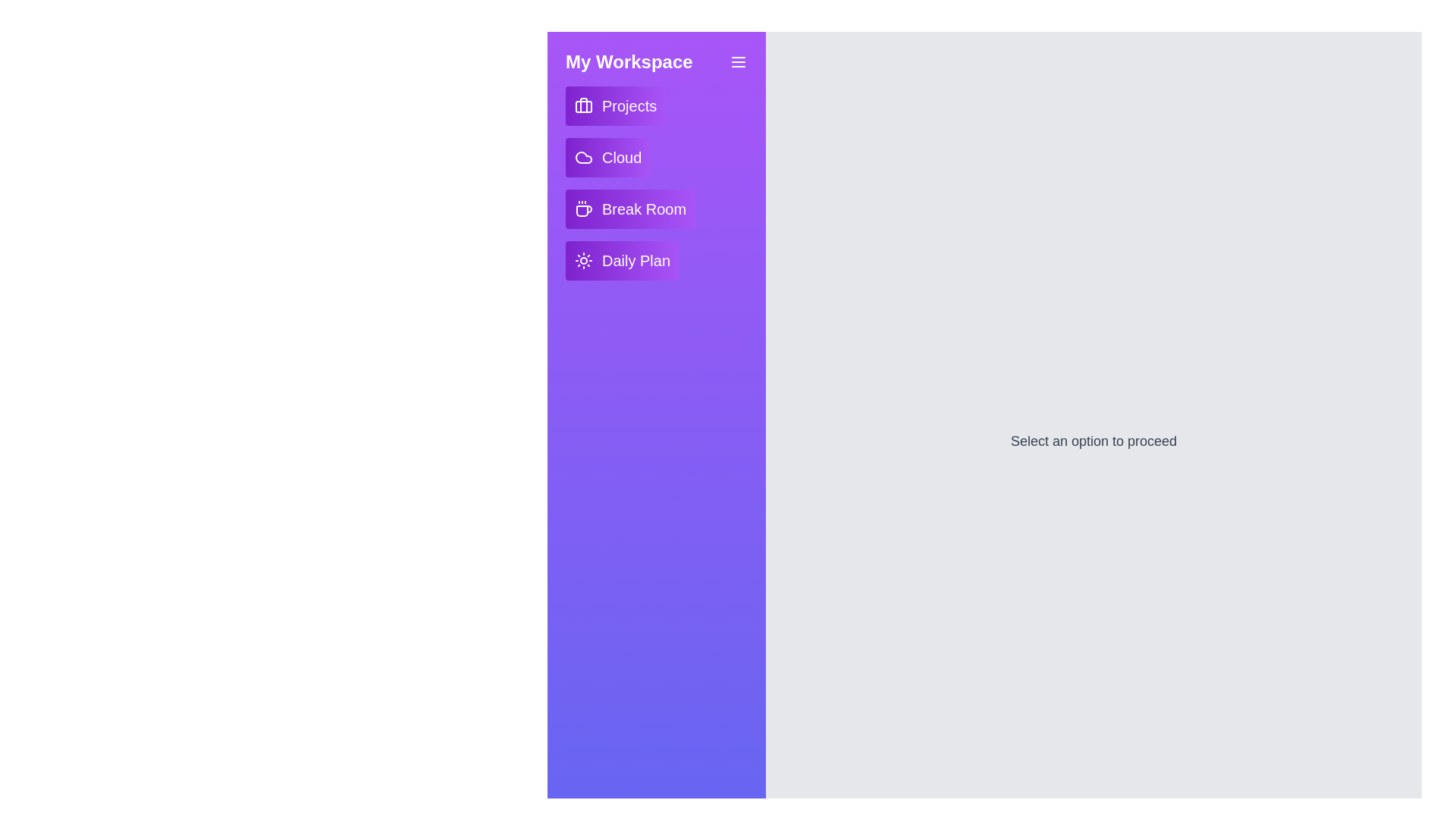 The height and width of the screenshot is (819, 1456). Describe the element at coordinates (622, 259) in the screenshot. I see `the Daily Plan button in the drawer to interact with it` at that location.